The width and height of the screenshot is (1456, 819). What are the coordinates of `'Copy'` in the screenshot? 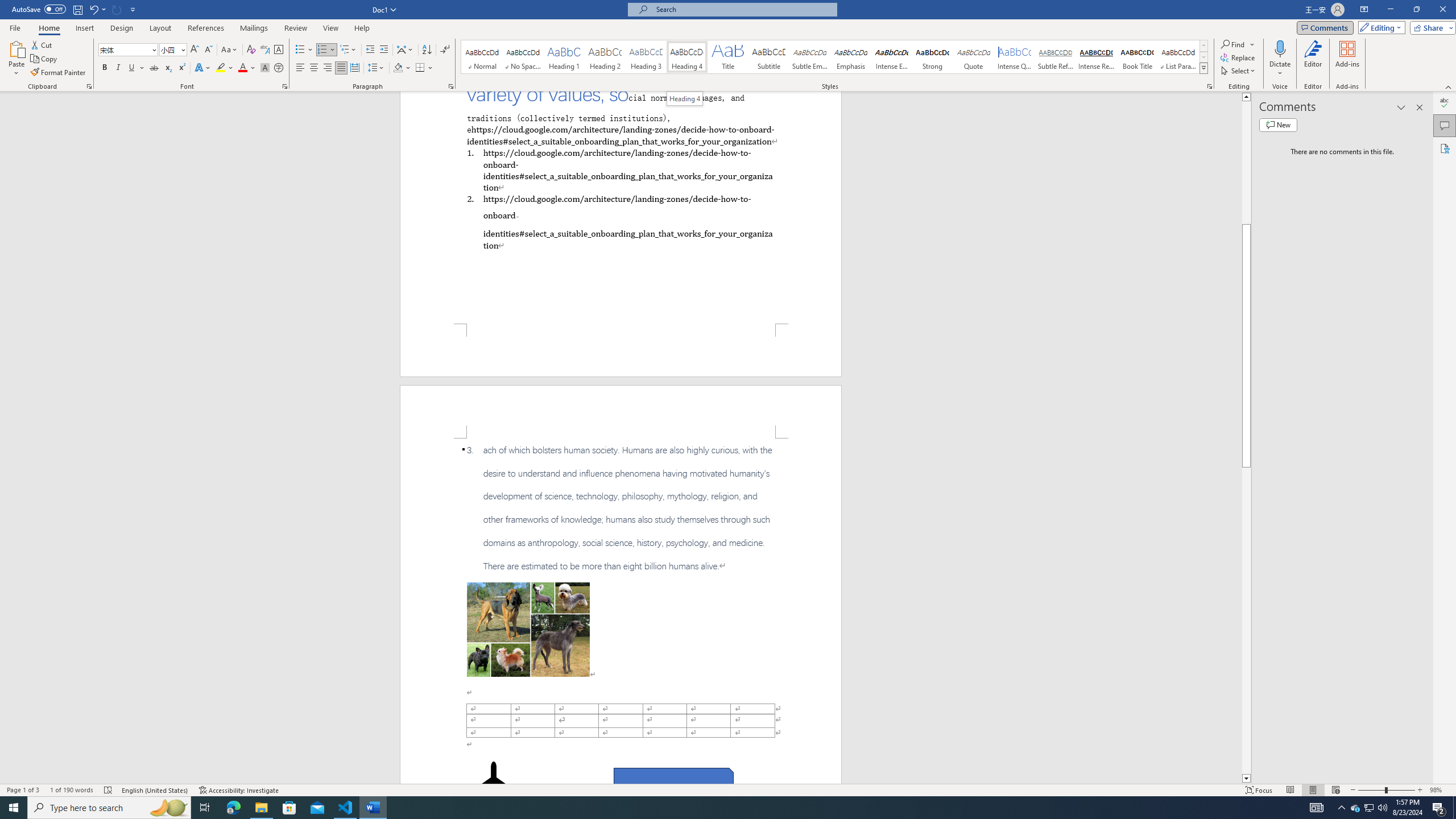 It's located at (44, 59).